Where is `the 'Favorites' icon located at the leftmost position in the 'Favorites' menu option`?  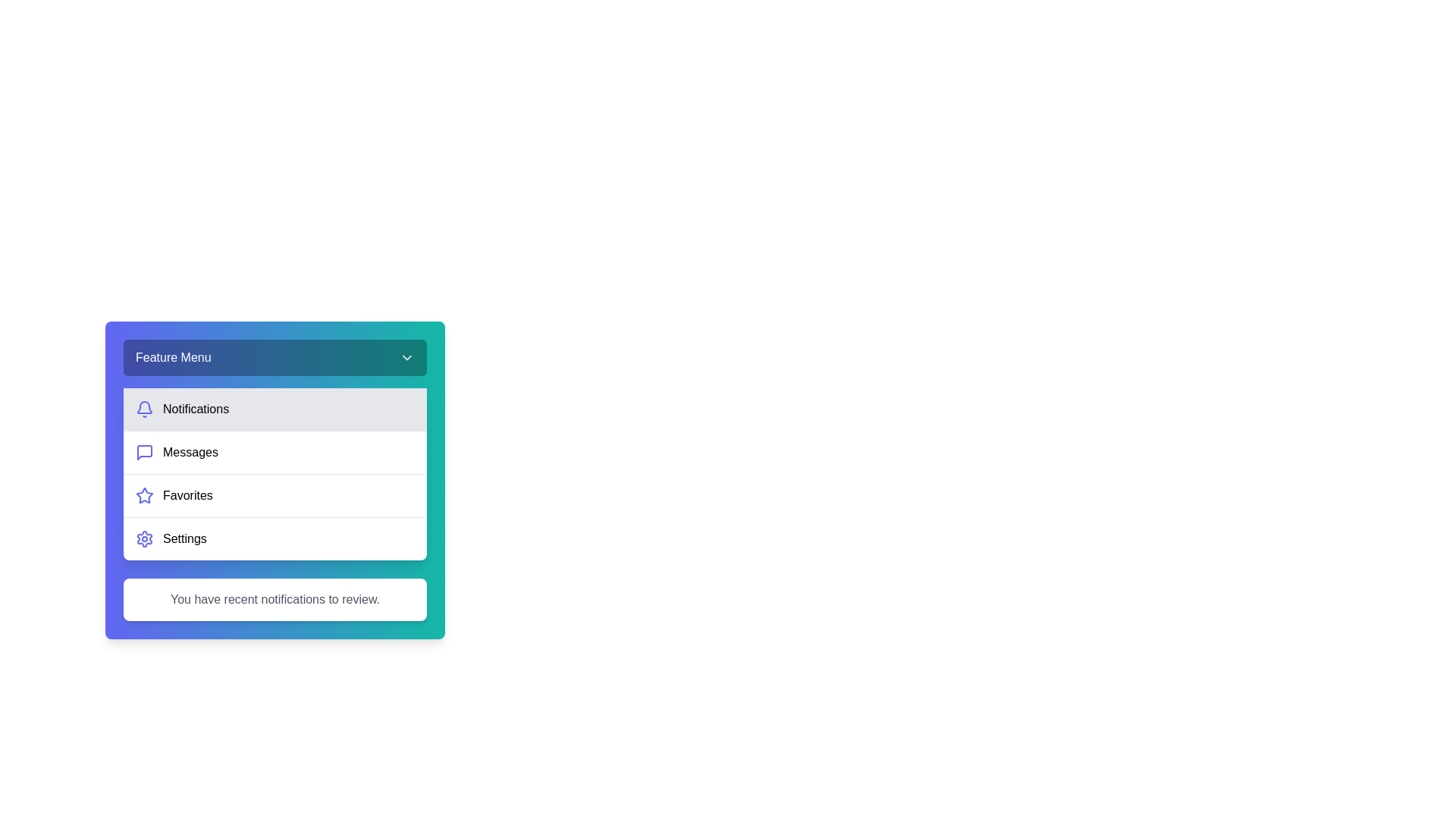
the 'Favorites' icon located at the leftmost position in the 'Favorites' menu option is located at coordinates (145, 496).